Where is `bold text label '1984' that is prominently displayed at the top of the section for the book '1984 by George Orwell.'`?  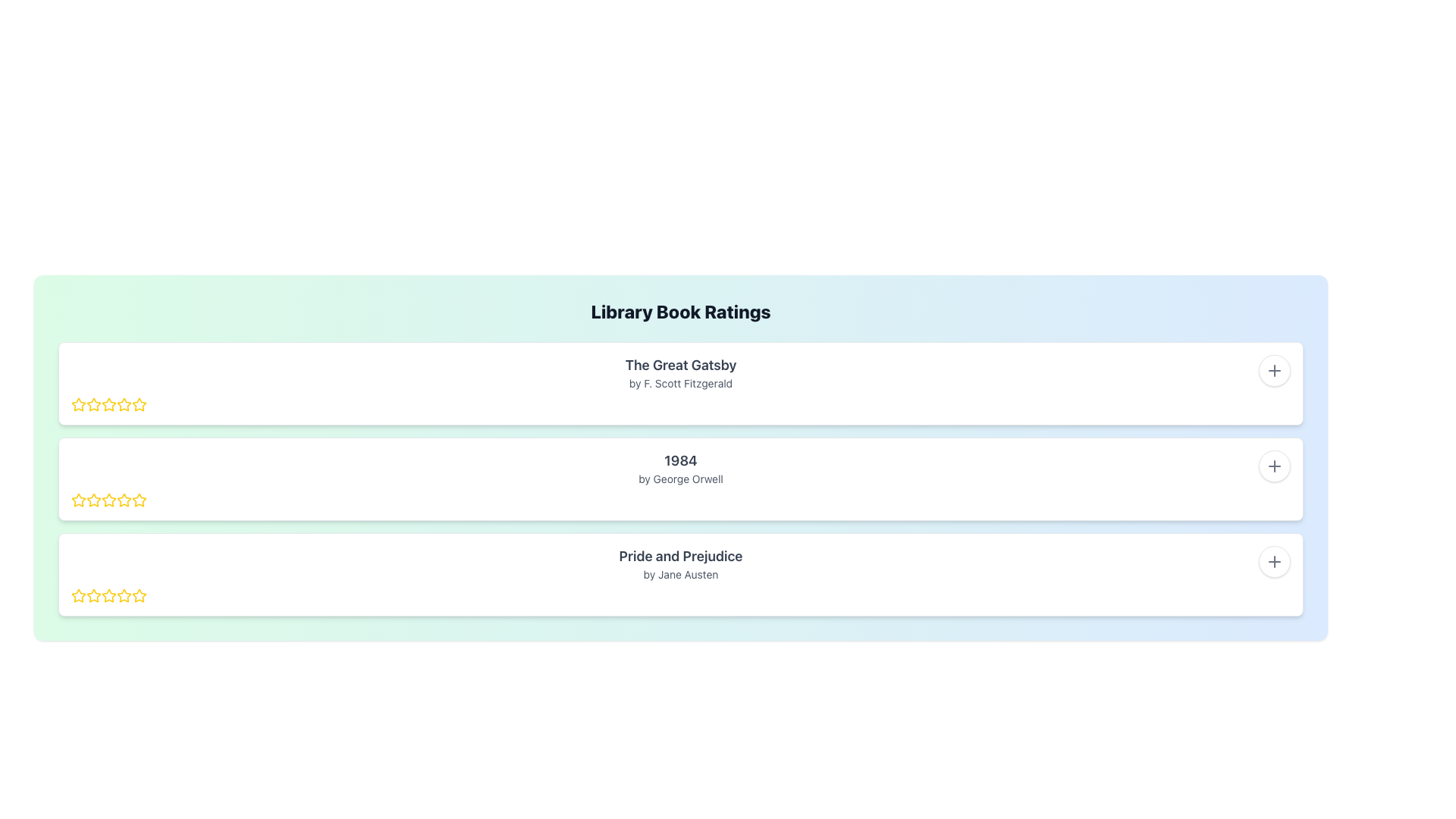
bold text label '1984' that is prominently displayed at the top of the section for the book '1984 by George Orwell.' is located at coordinates (679, 460).